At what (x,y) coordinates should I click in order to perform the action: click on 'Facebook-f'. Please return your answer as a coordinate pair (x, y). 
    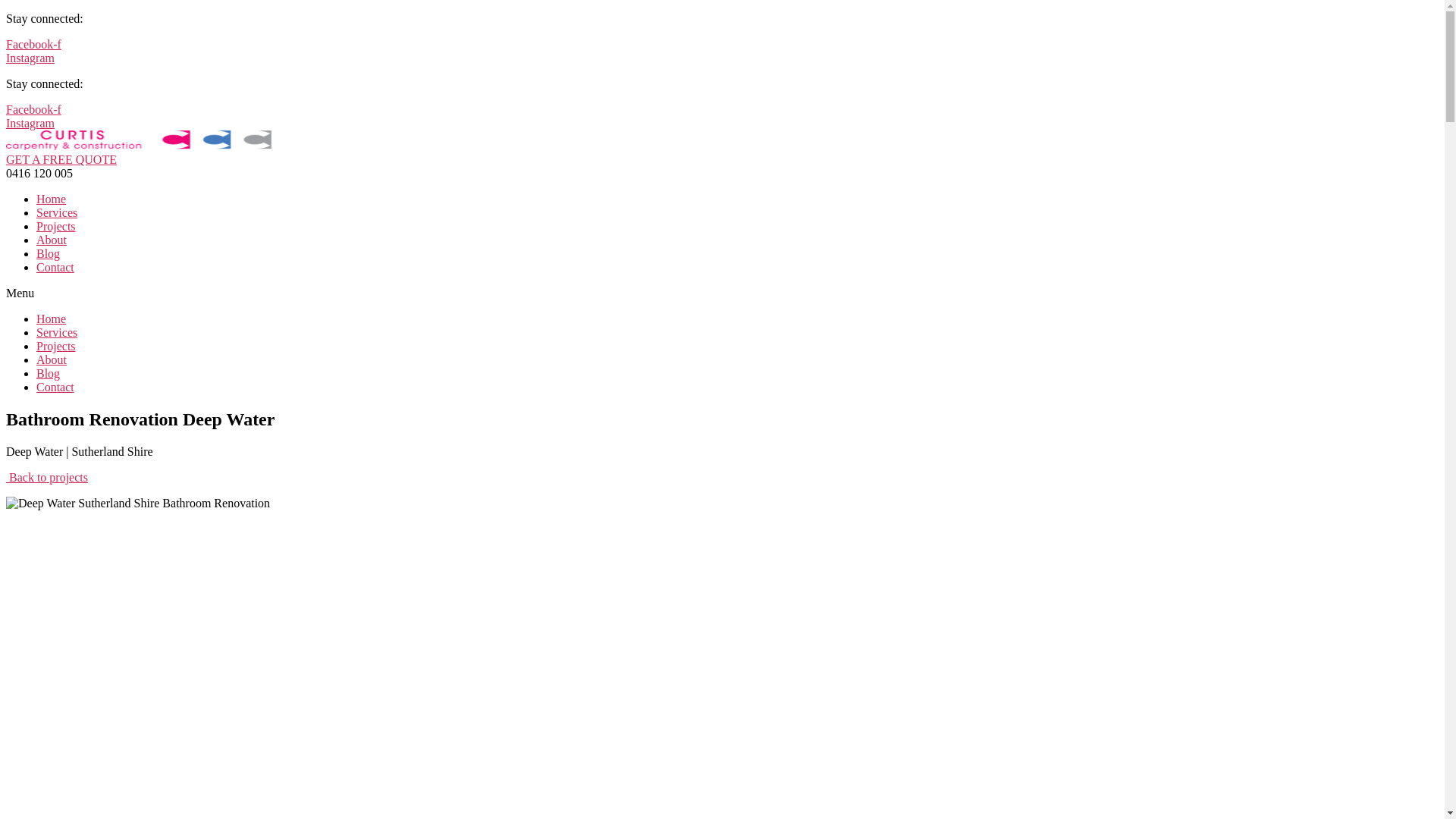
    Looking at the image, I should click on (33, 43).